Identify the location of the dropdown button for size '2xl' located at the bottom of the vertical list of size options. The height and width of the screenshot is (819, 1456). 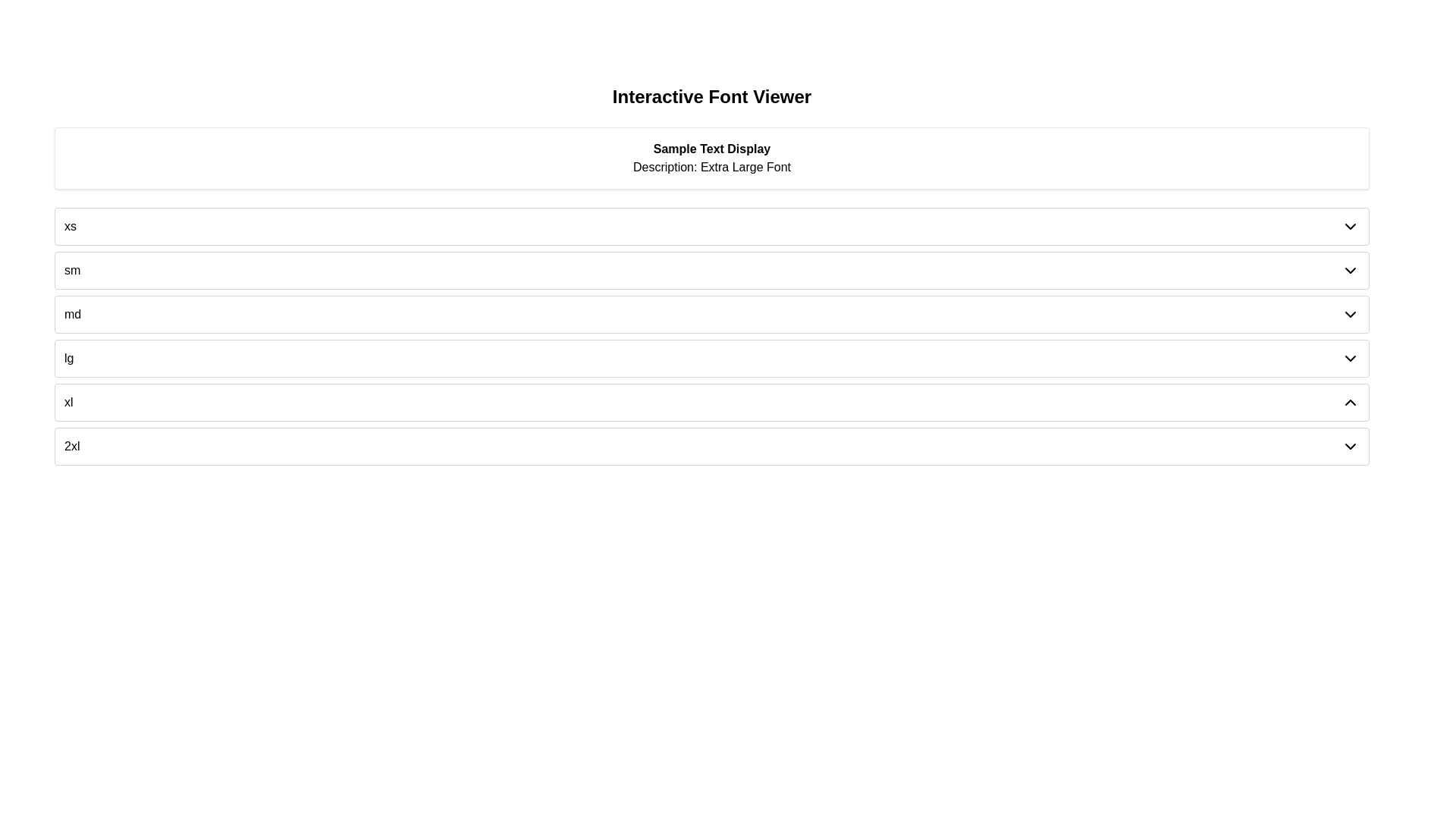
(711, 446).